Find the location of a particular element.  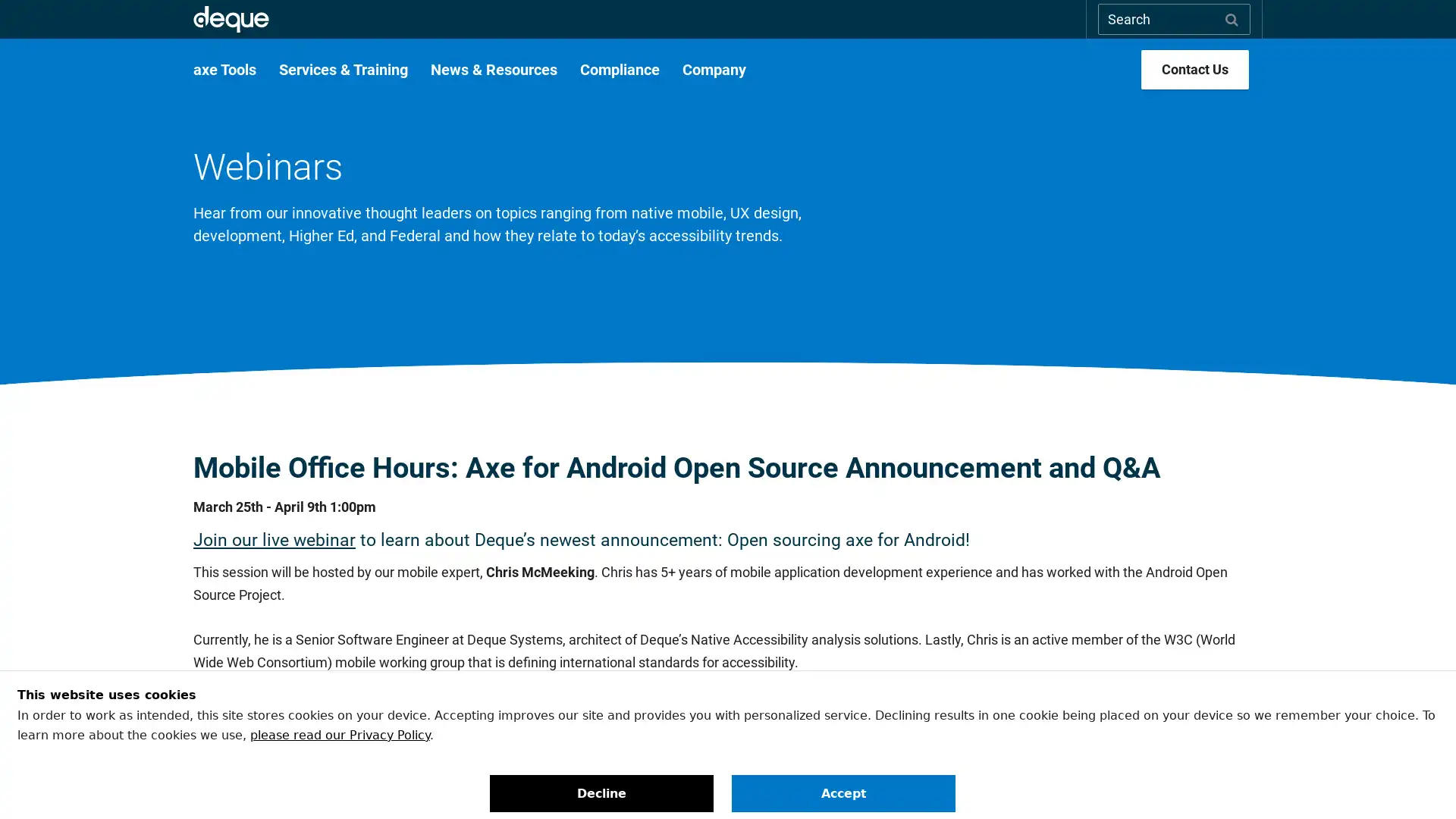

Submit is located at coordinates (1232, 18).